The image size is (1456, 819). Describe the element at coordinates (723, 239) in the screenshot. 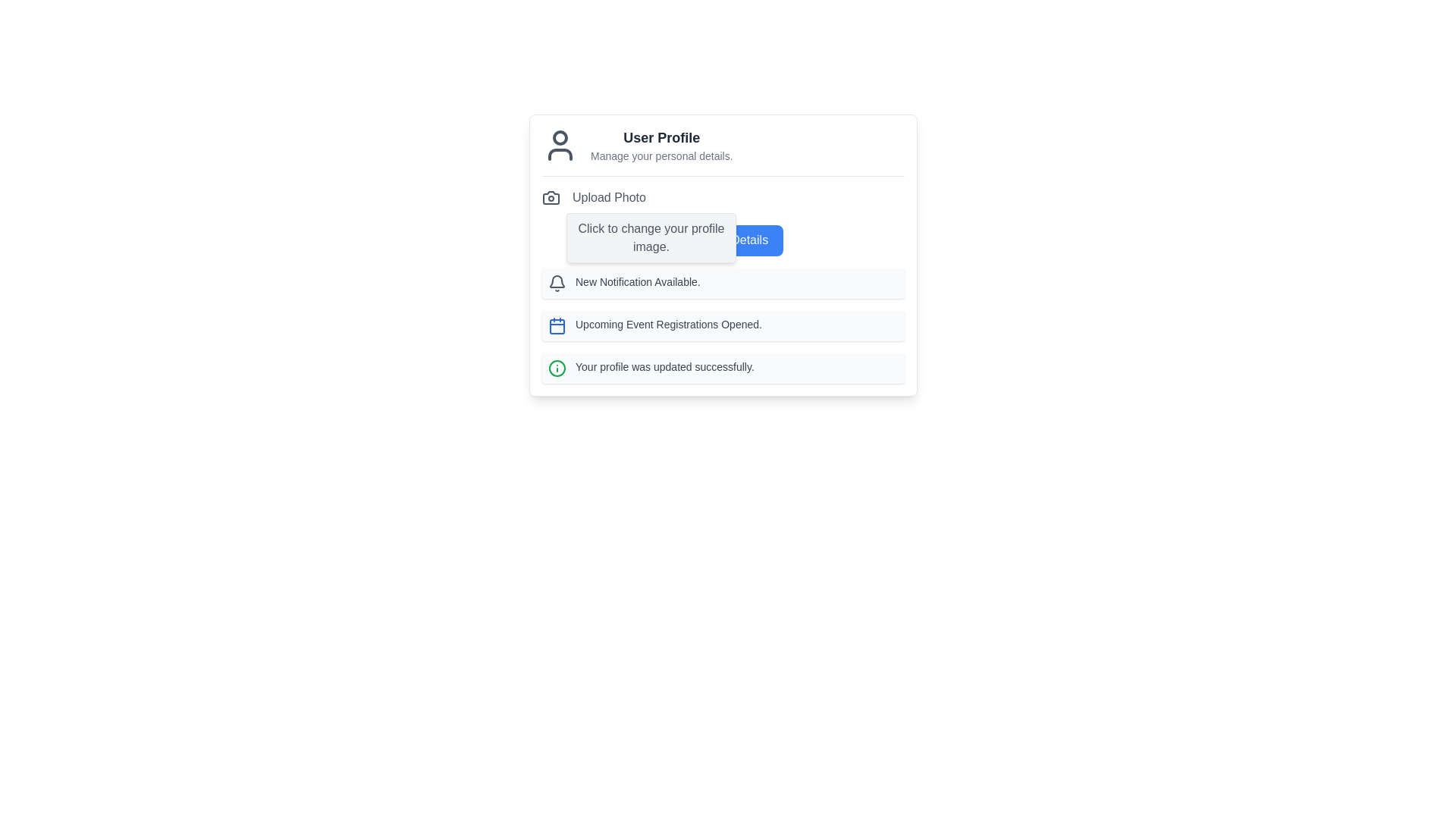

I see `the user profile details button` at that location.